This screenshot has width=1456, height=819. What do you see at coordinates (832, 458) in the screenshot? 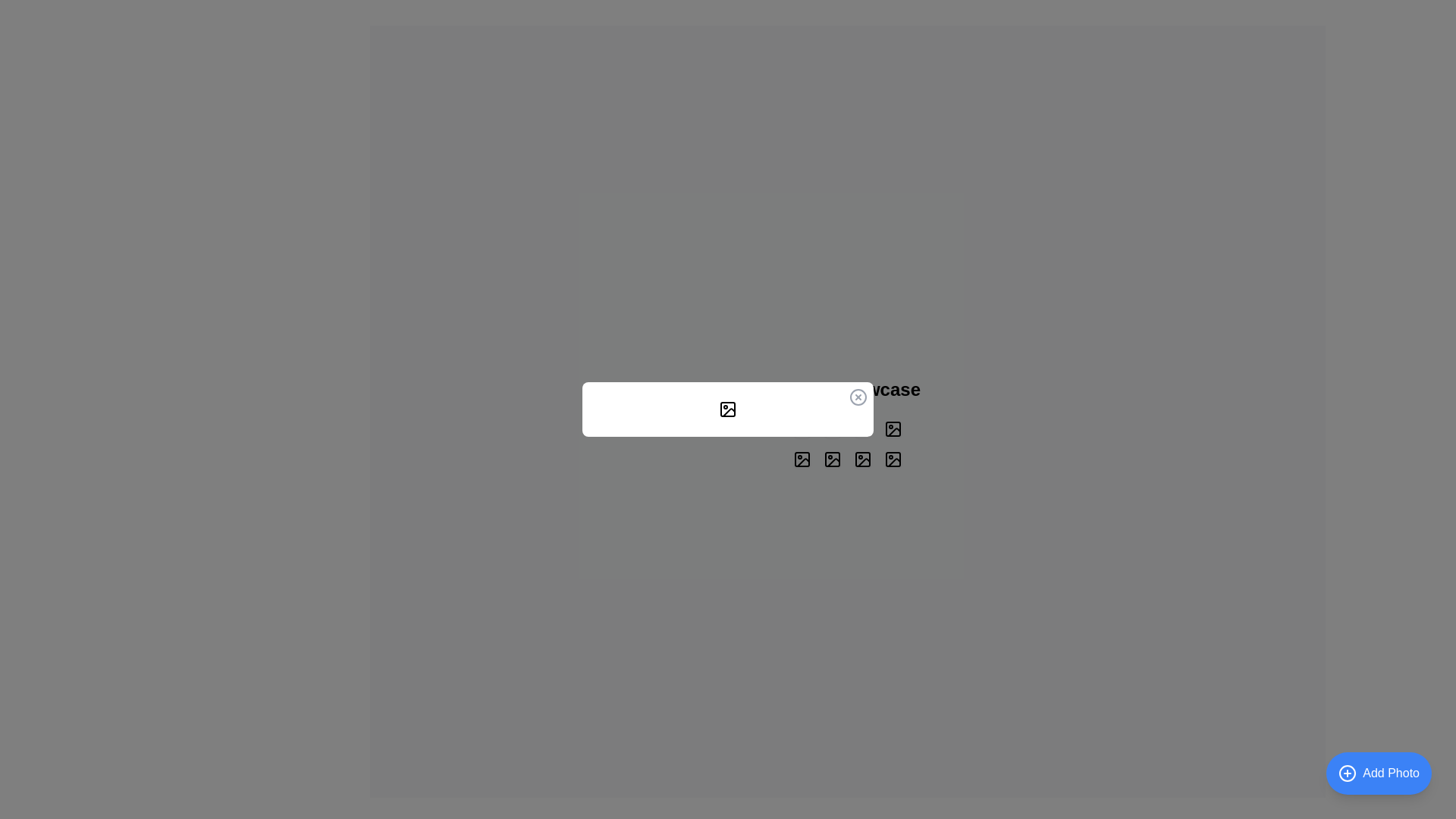
I see `the circular zoom-in button located in the top-right corner of the interface to zoom in on a specific area of content` at bounding box center [832, 458].